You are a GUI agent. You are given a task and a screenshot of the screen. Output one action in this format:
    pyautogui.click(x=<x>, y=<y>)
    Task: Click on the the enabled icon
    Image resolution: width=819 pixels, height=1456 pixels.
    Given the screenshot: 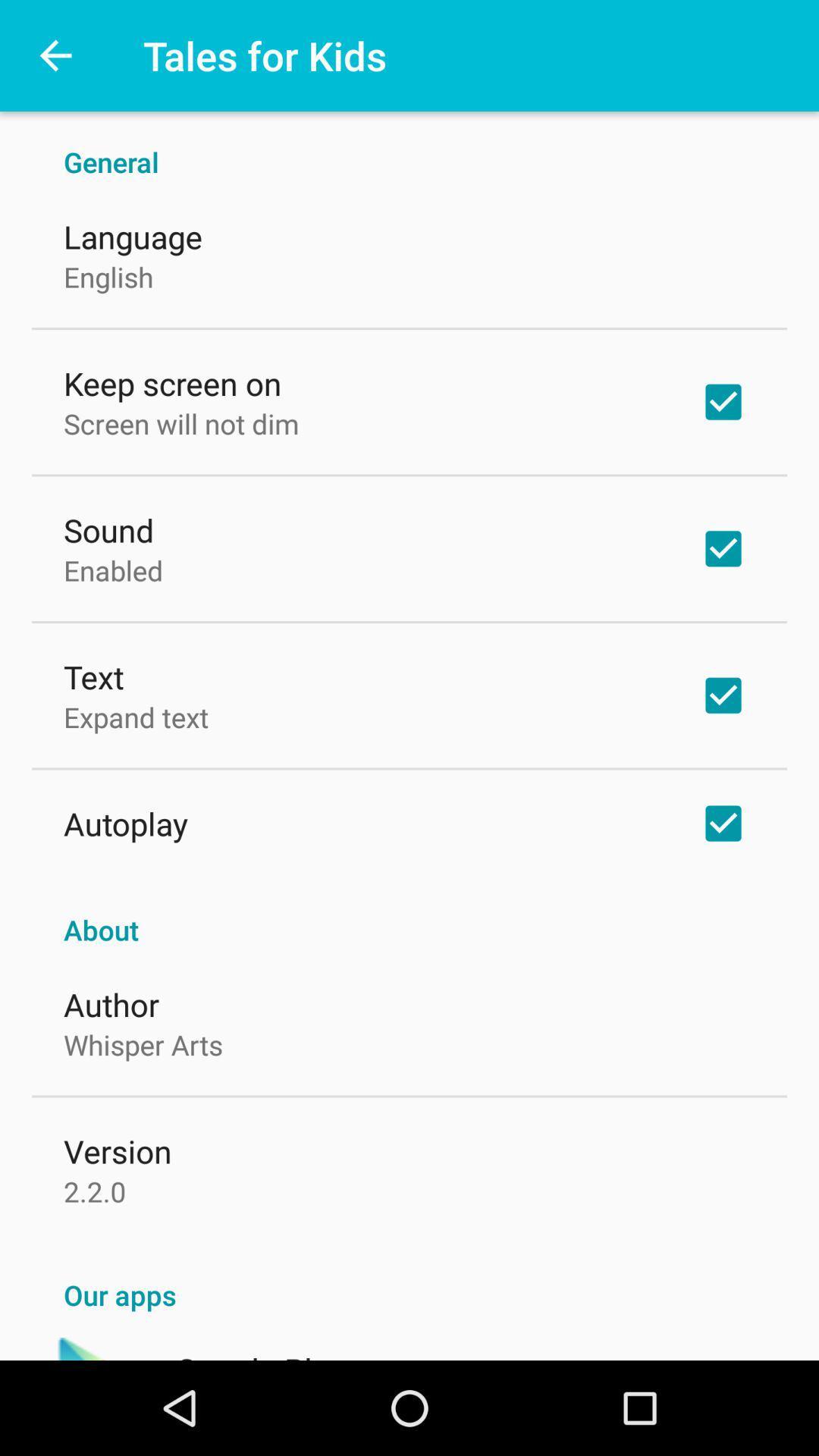 What is the action you would take?
    pyautogui.click(x=112, y=570)
    